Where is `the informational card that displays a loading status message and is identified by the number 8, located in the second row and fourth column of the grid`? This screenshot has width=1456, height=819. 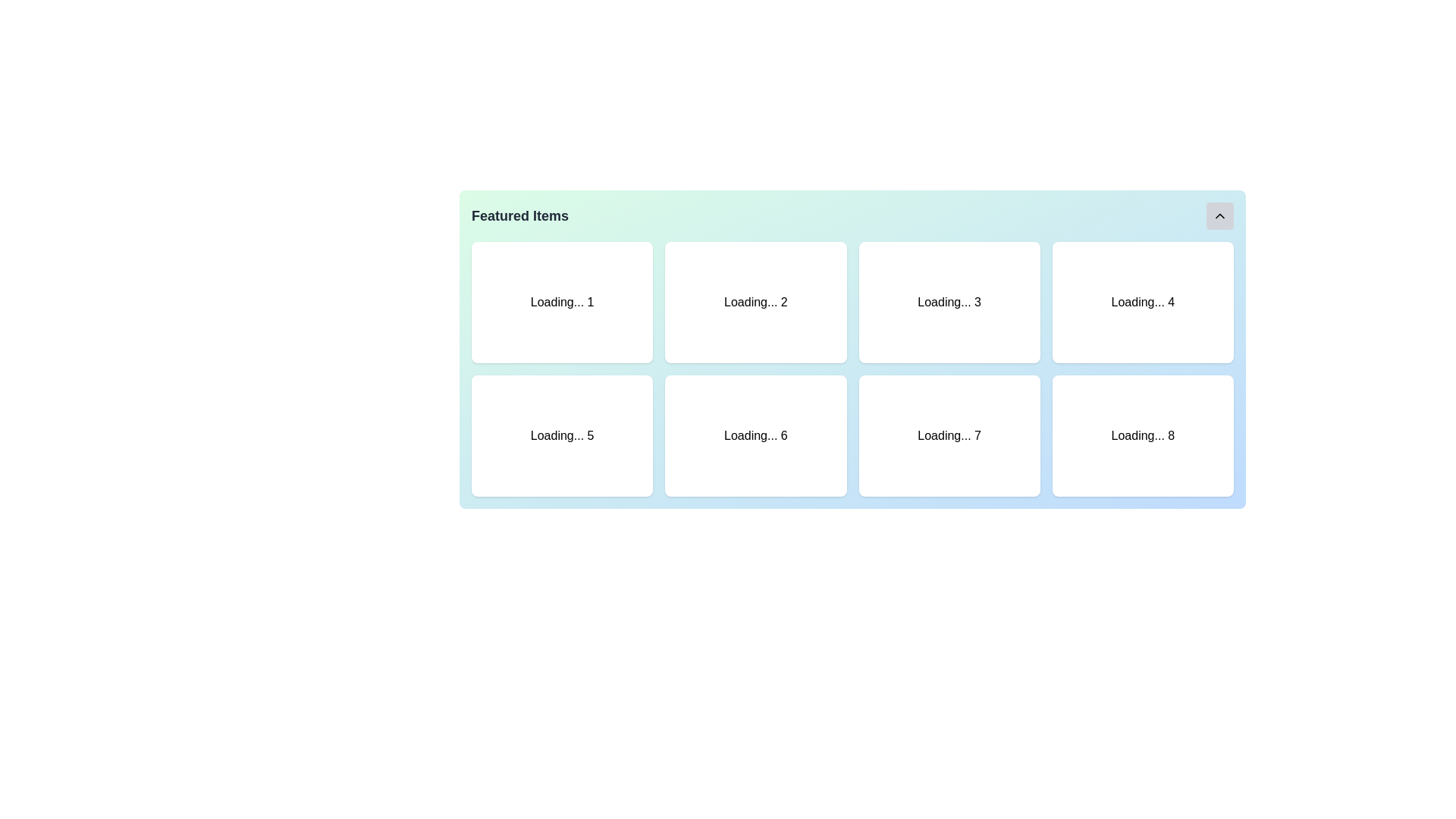 the informational card that displays a loading status message and is identified by the number 8, located in the second row and fourth column of the grid is located at coordinates (1143, 435).